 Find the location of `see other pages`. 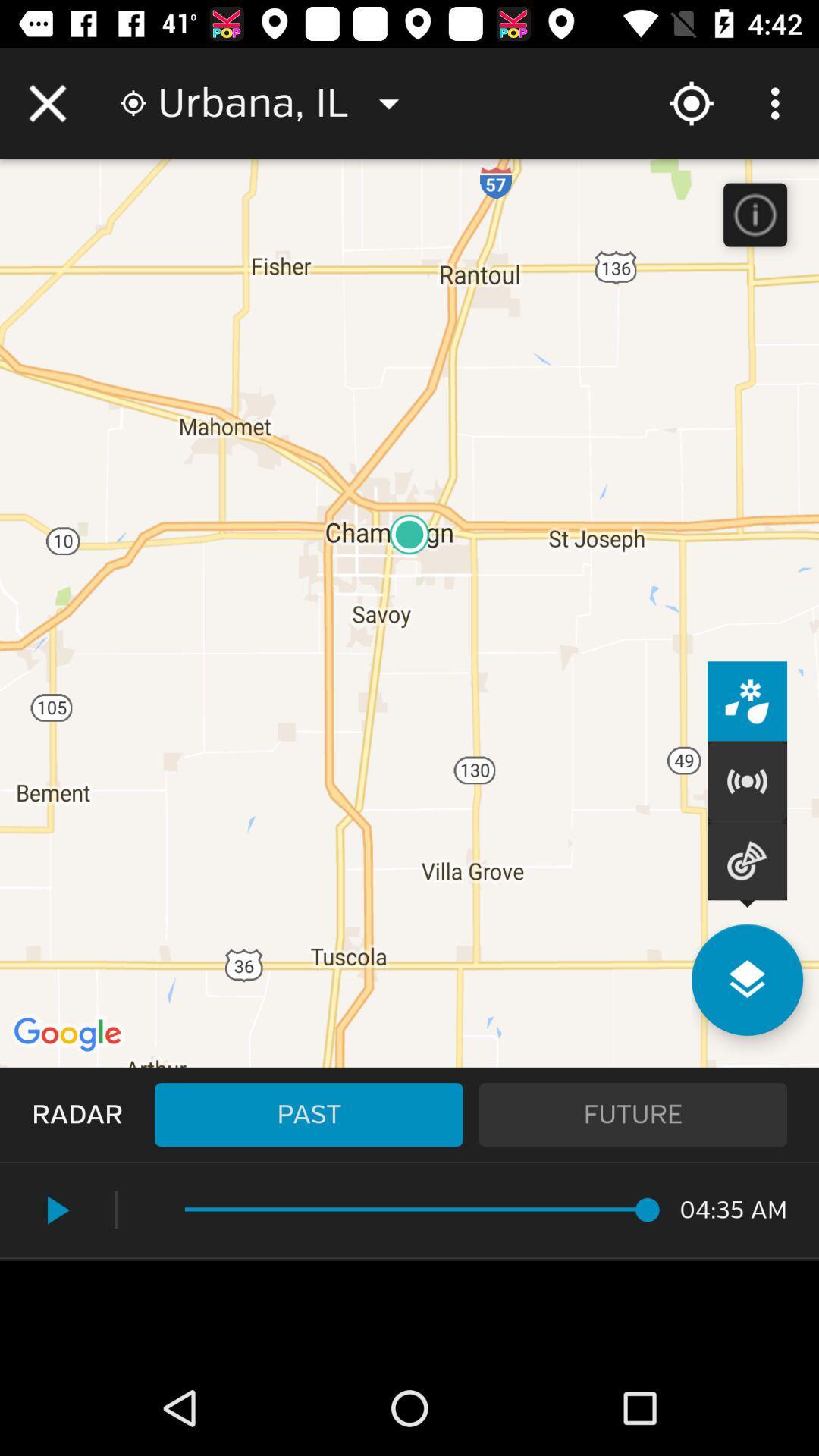

see other pages is located at coordinates (746, 980).